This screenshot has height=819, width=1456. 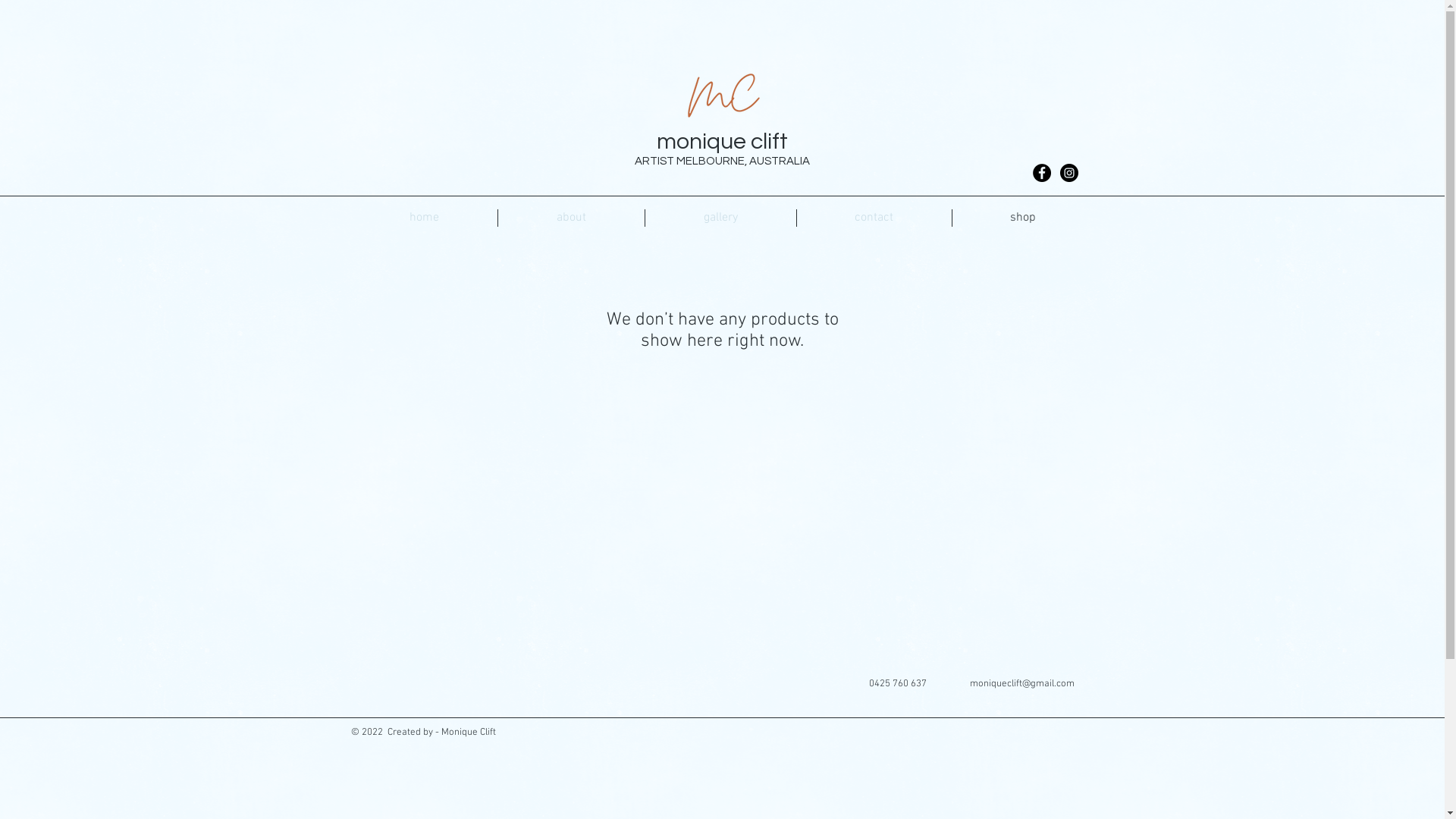 I want to click on 'home', so click(x=423, y=218).